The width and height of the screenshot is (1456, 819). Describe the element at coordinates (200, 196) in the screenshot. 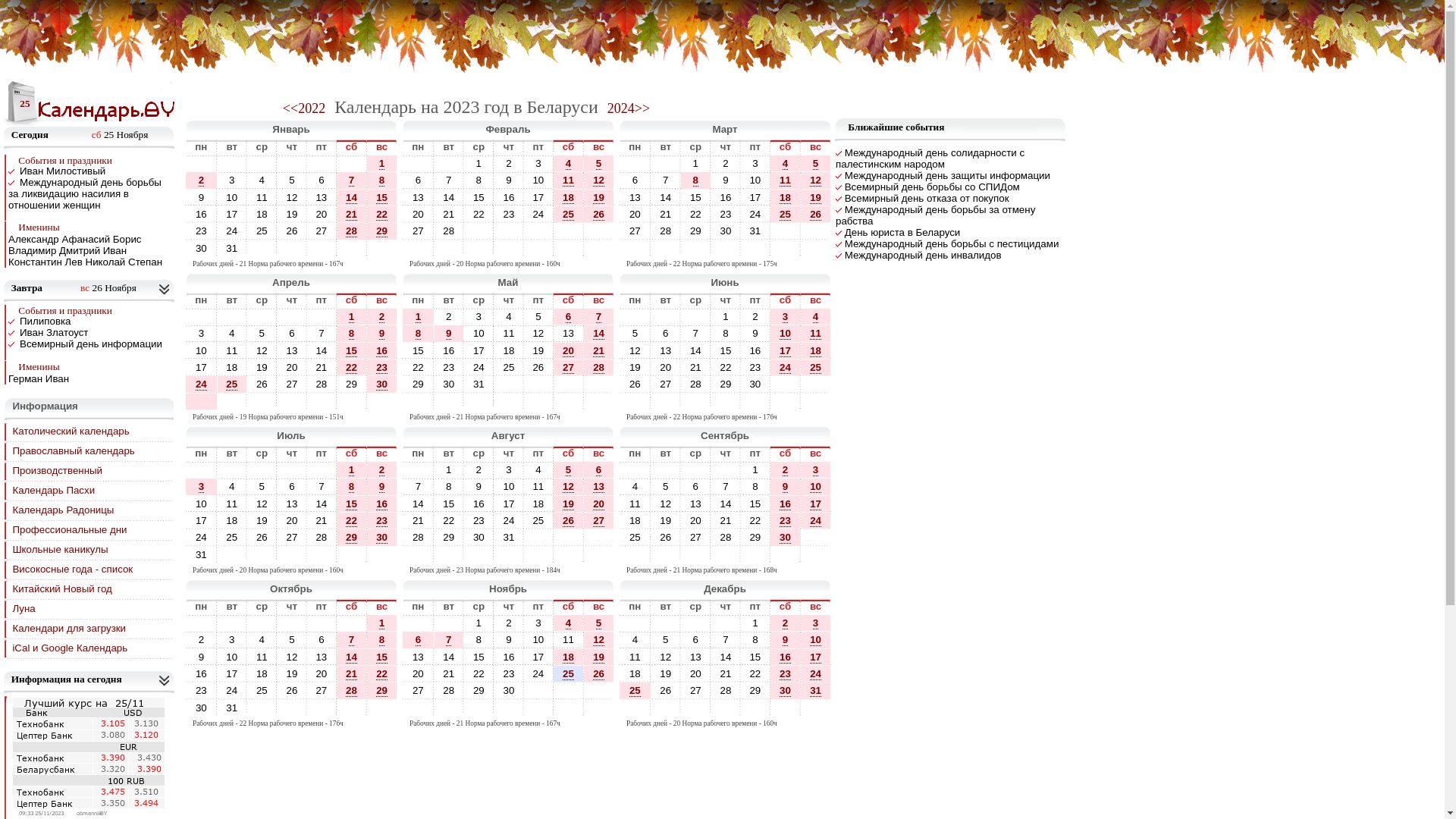

I see `'9'` at that location.